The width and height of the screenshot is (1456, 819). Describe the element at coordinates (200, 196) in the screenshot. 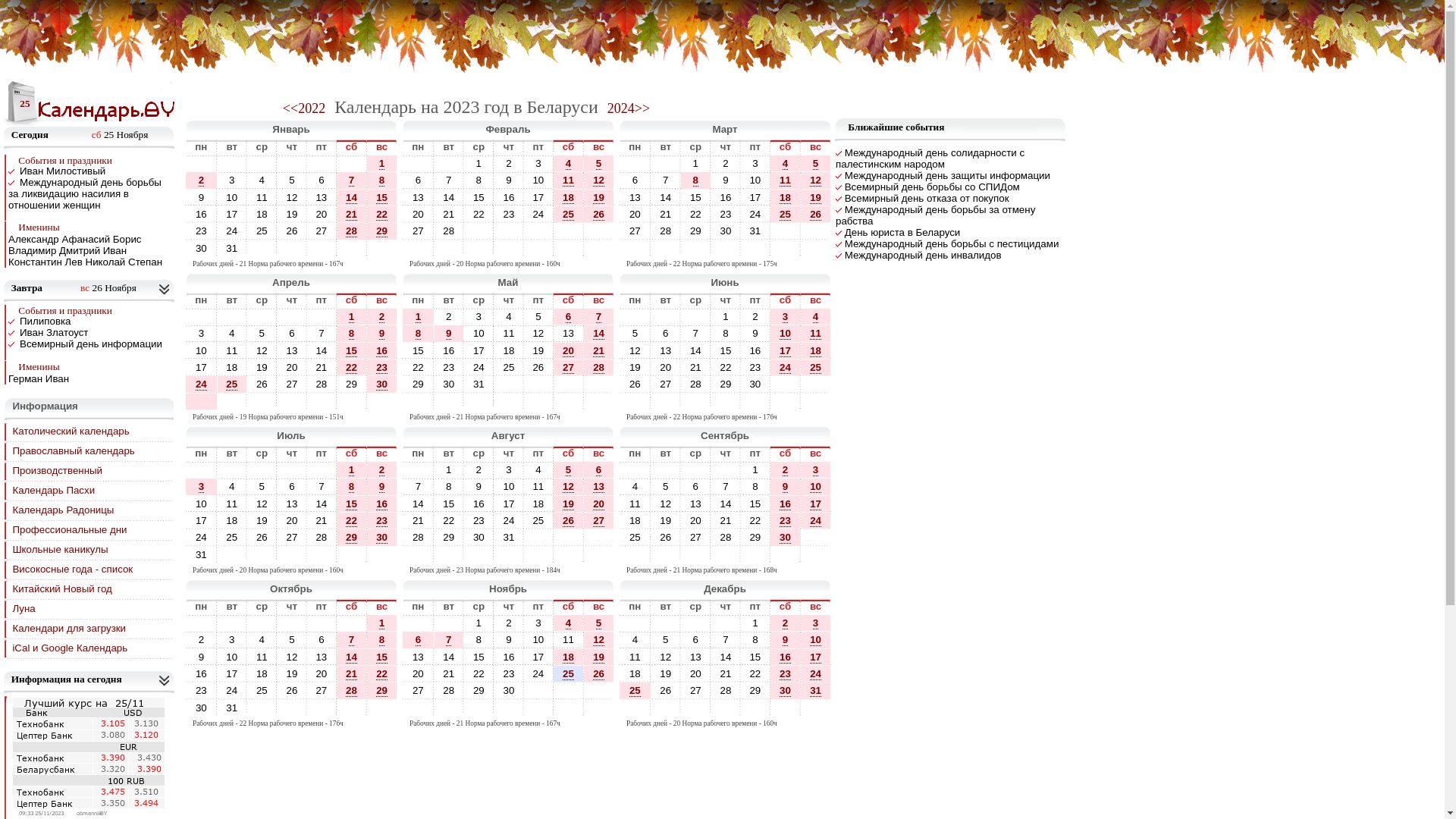

I see `'9'` at that location.